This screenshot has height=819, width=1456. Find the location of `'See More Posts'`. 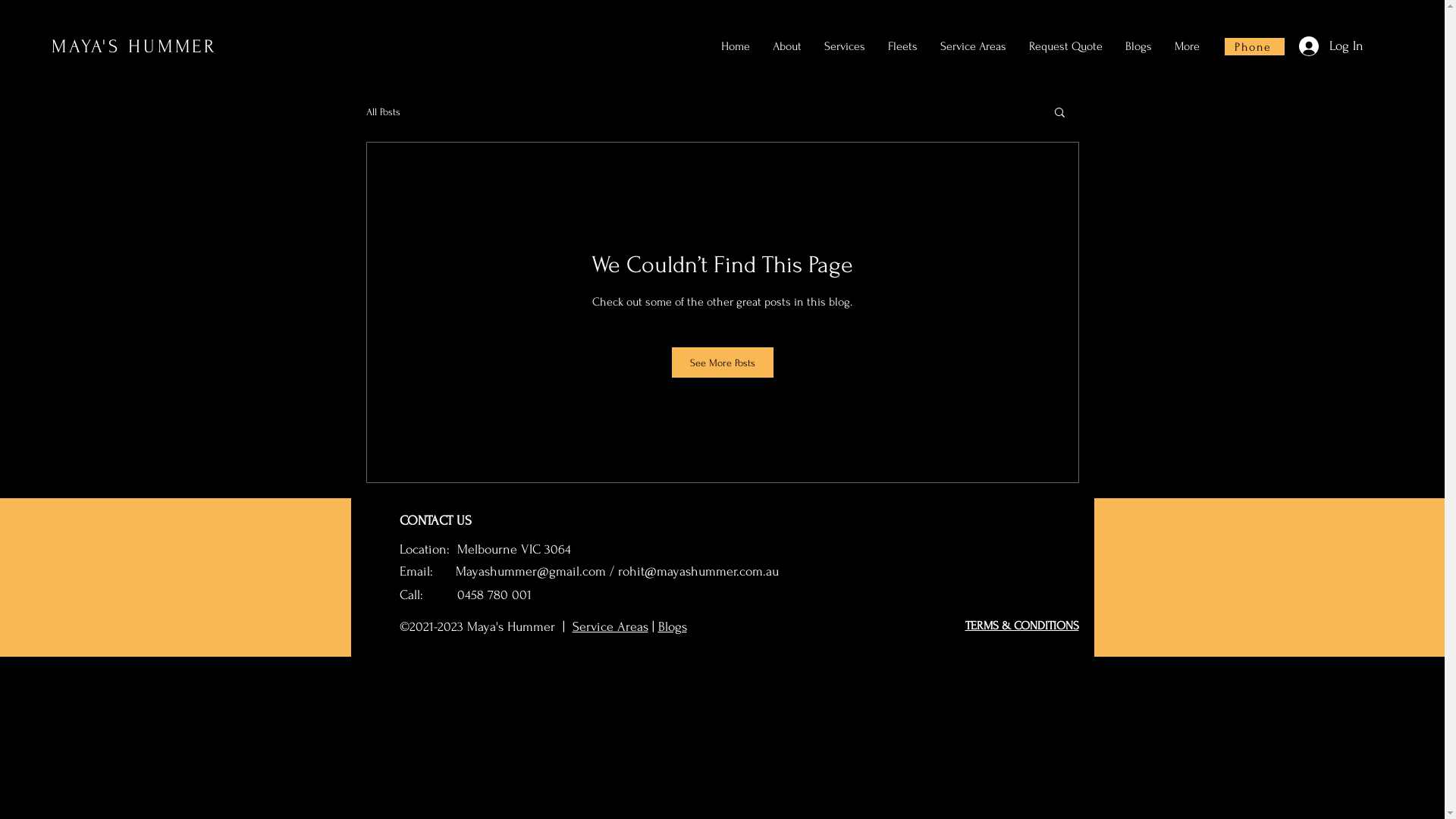

'See More Posts' is located at coordinates (722, 362).